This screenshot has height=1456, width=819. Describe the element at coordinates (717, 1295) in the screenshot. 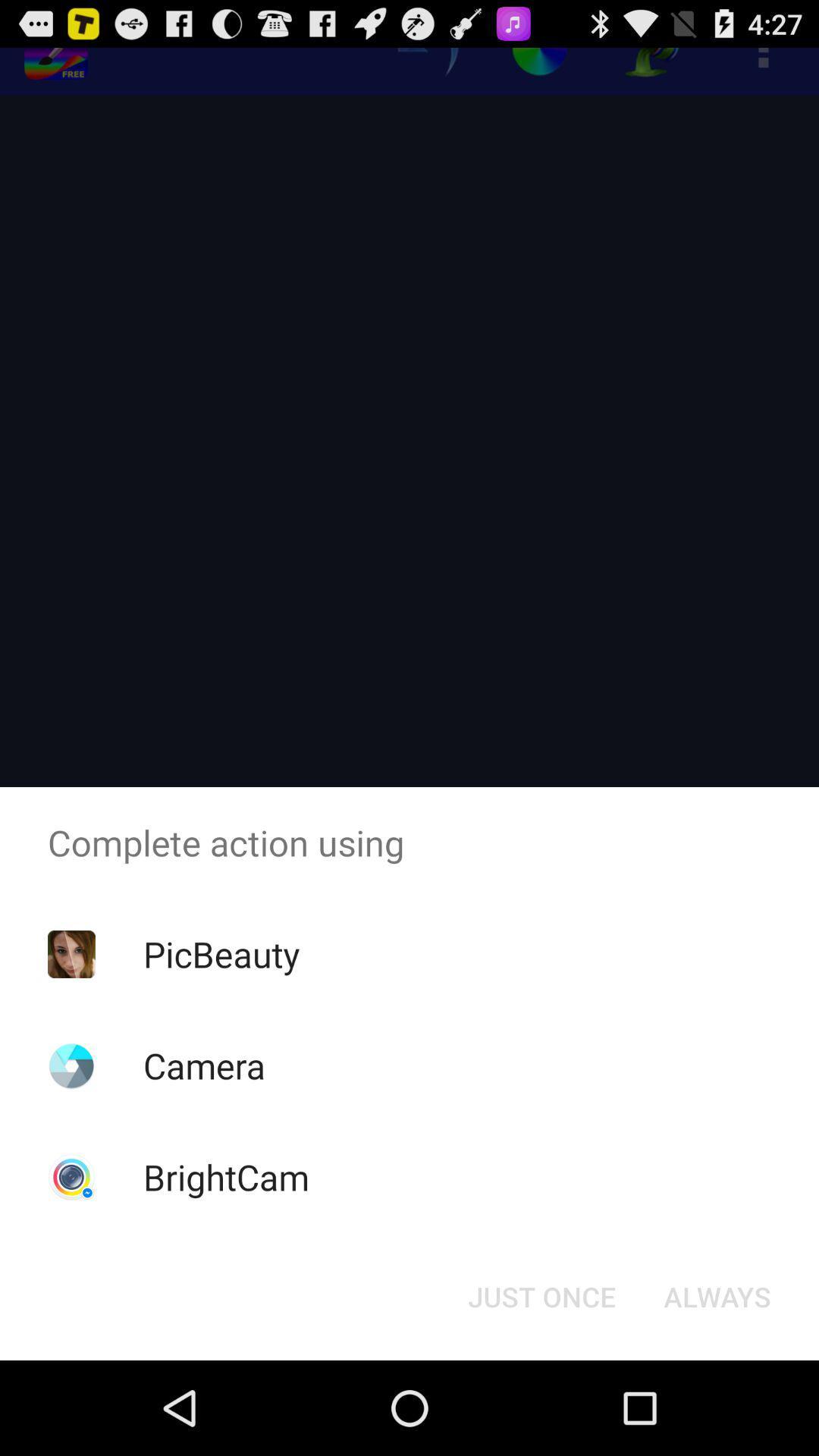

I see `the always icon` at that location.